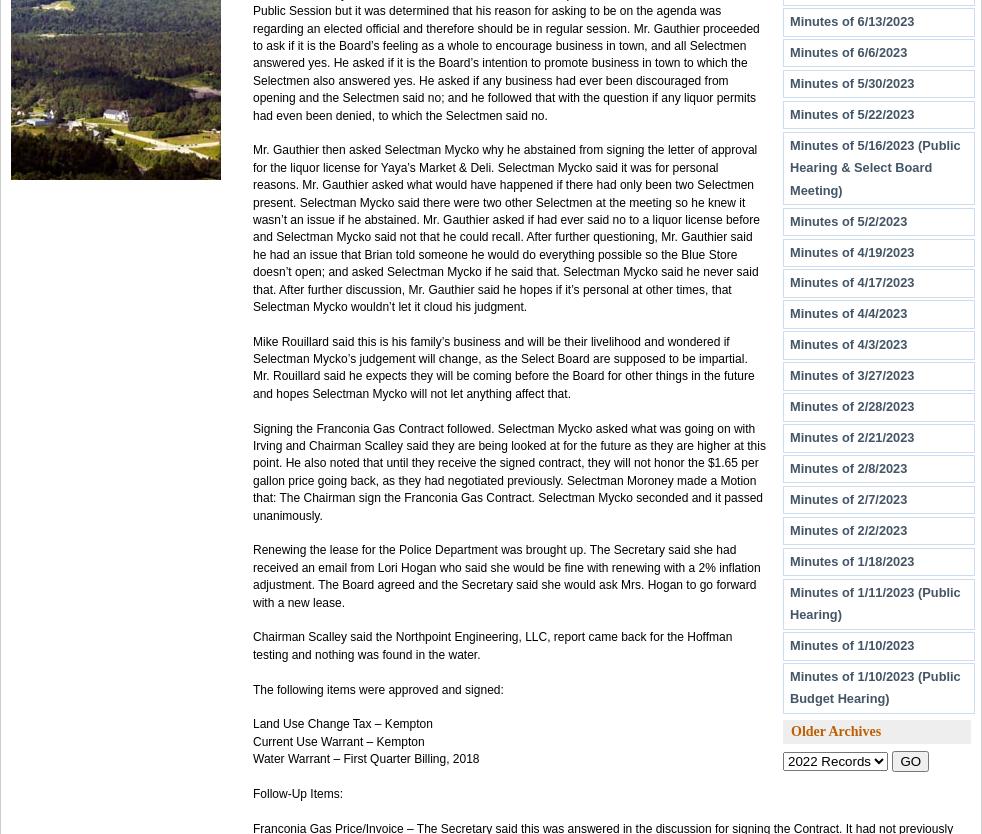  I want to click on 'Mike Rouillard said this is his family’s business and will be their livelihood and wondered if Selectman Mycko’s judgement will change, as the Select Board are supposed to be impartial.  Mr. Rouillard said he expects they will be coming before the Board for other things in the future and hopes Selectman Mycko will not let anything affect that.', so click(252, 365).